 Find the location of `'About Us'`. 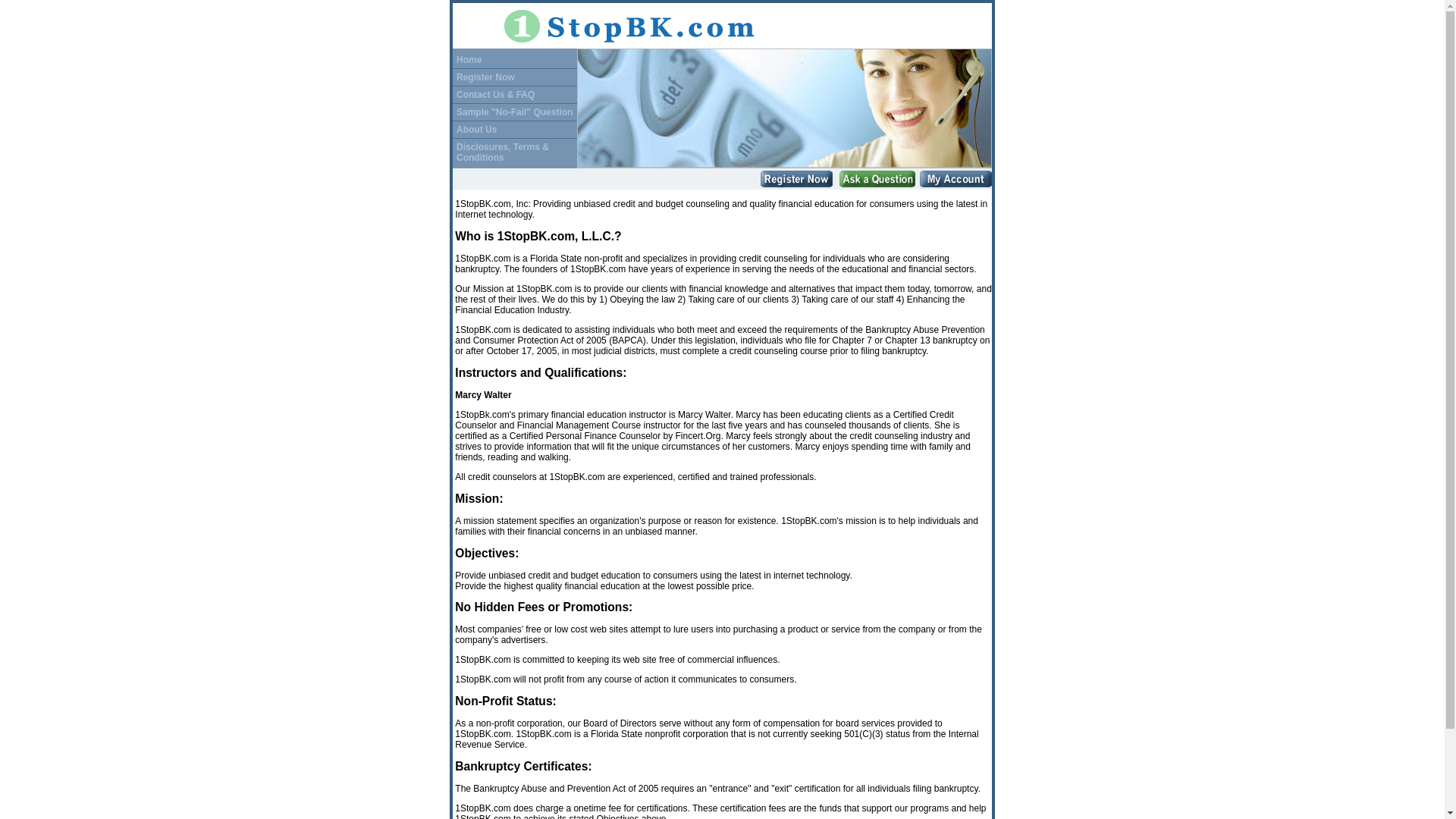

'About Us' is located at coordinates (475, 128).